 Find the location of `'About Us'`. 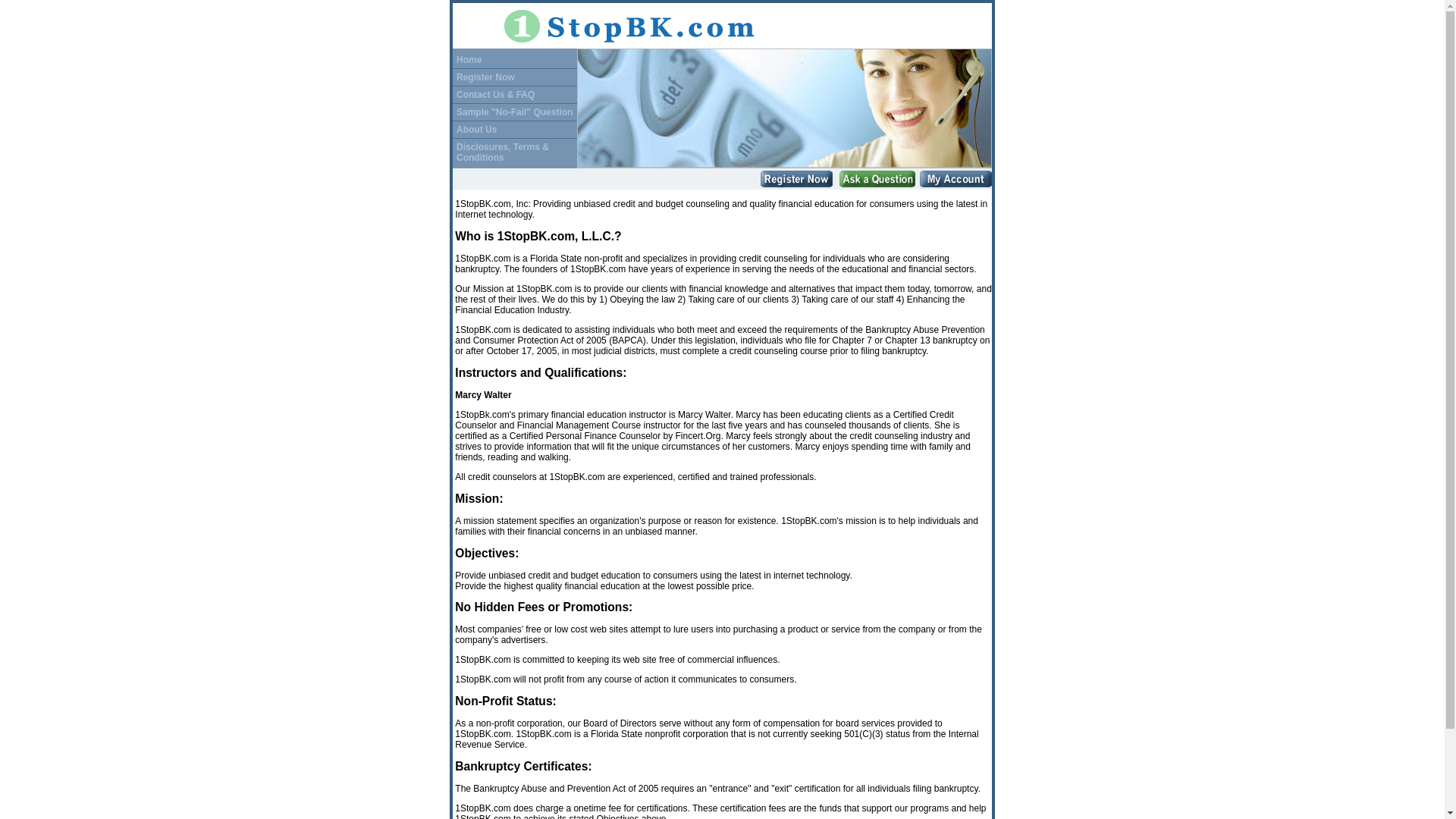

'About Us' is located at coordinates (475, 128).